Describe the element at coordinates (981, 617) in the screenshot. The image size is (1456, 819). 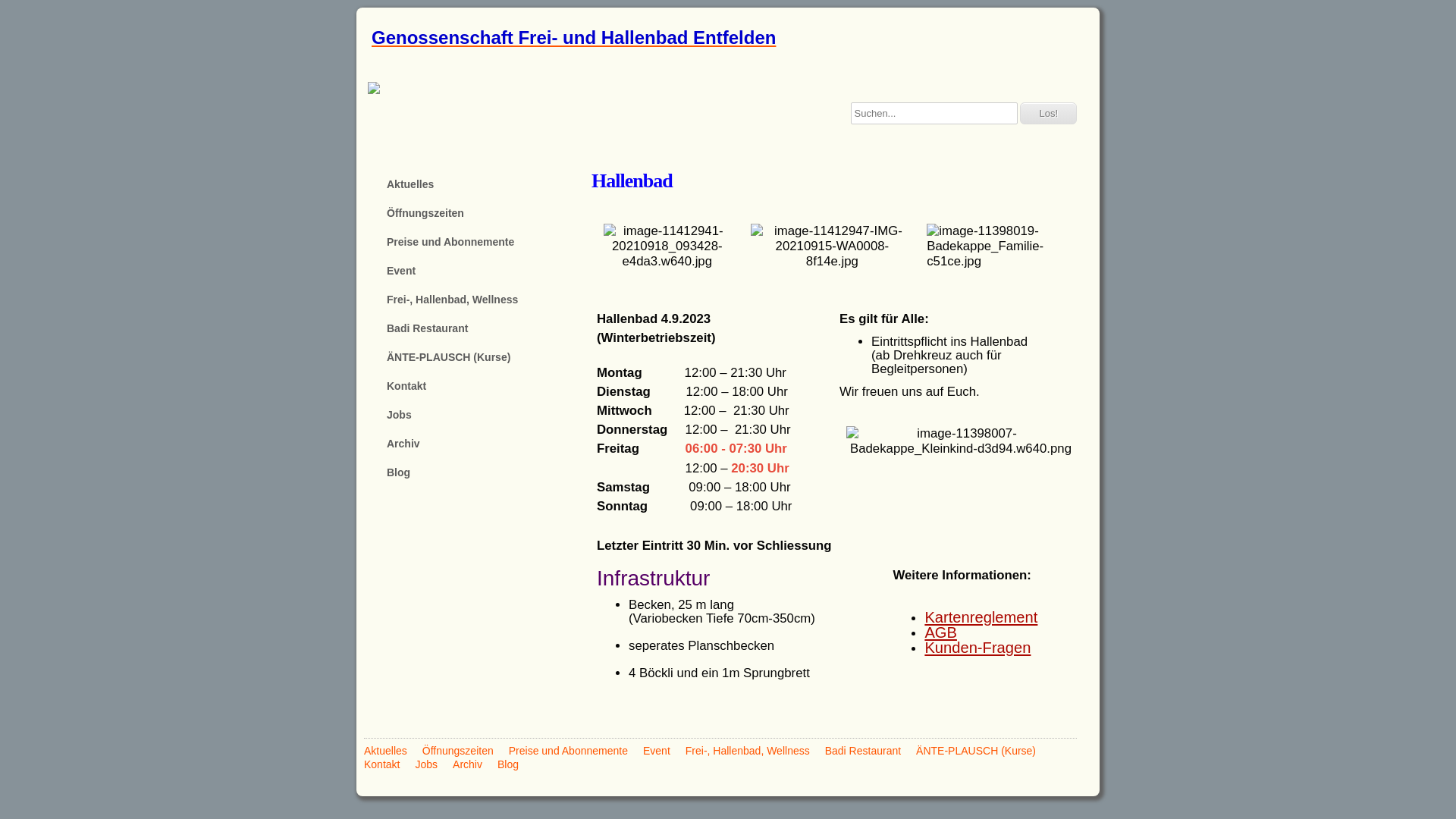
I see `'Kartenreglement'` at that location.